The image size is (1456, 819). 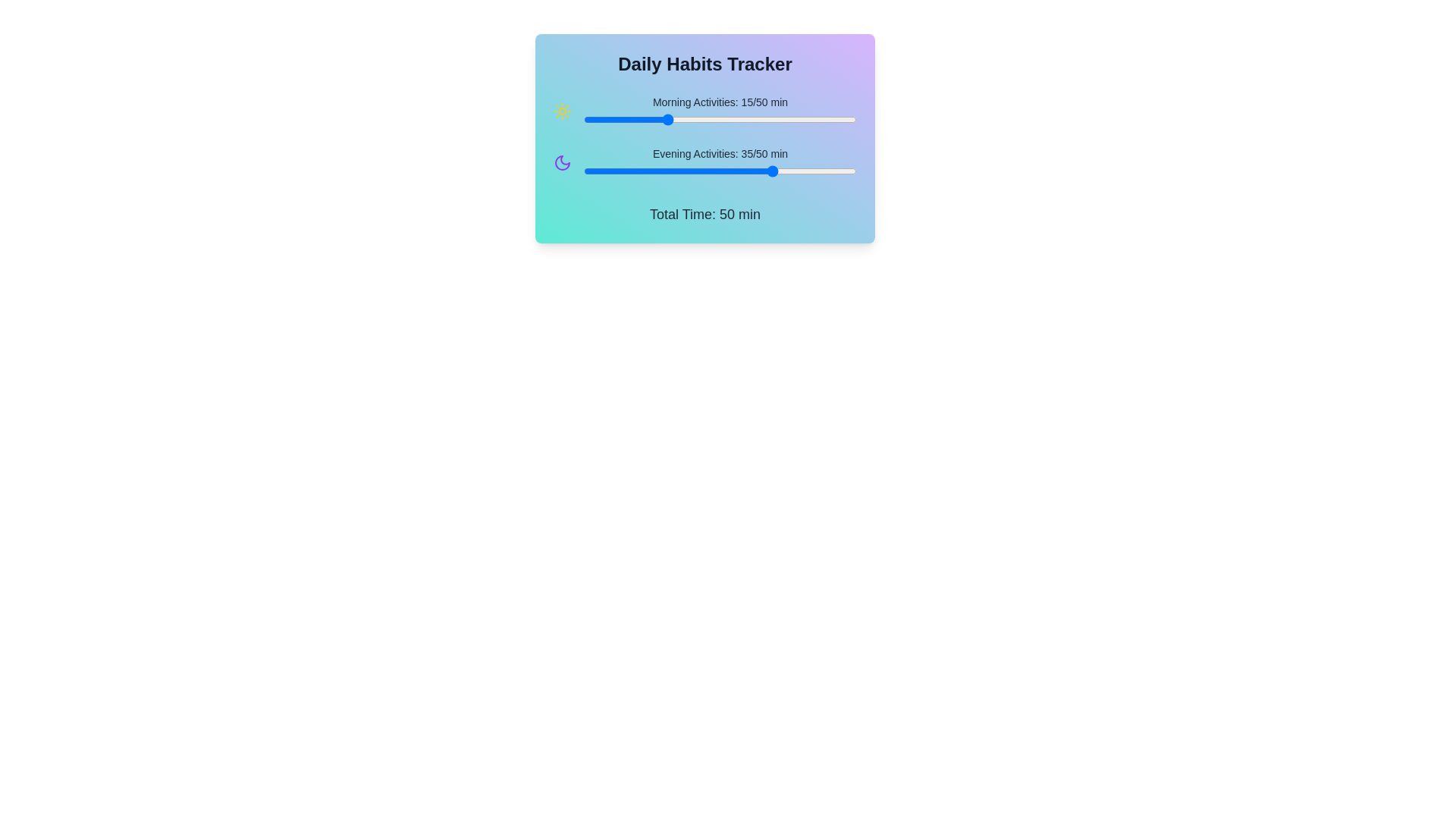 I want to click on the 'Morning Activities' slider, so click(x=666, y=119).